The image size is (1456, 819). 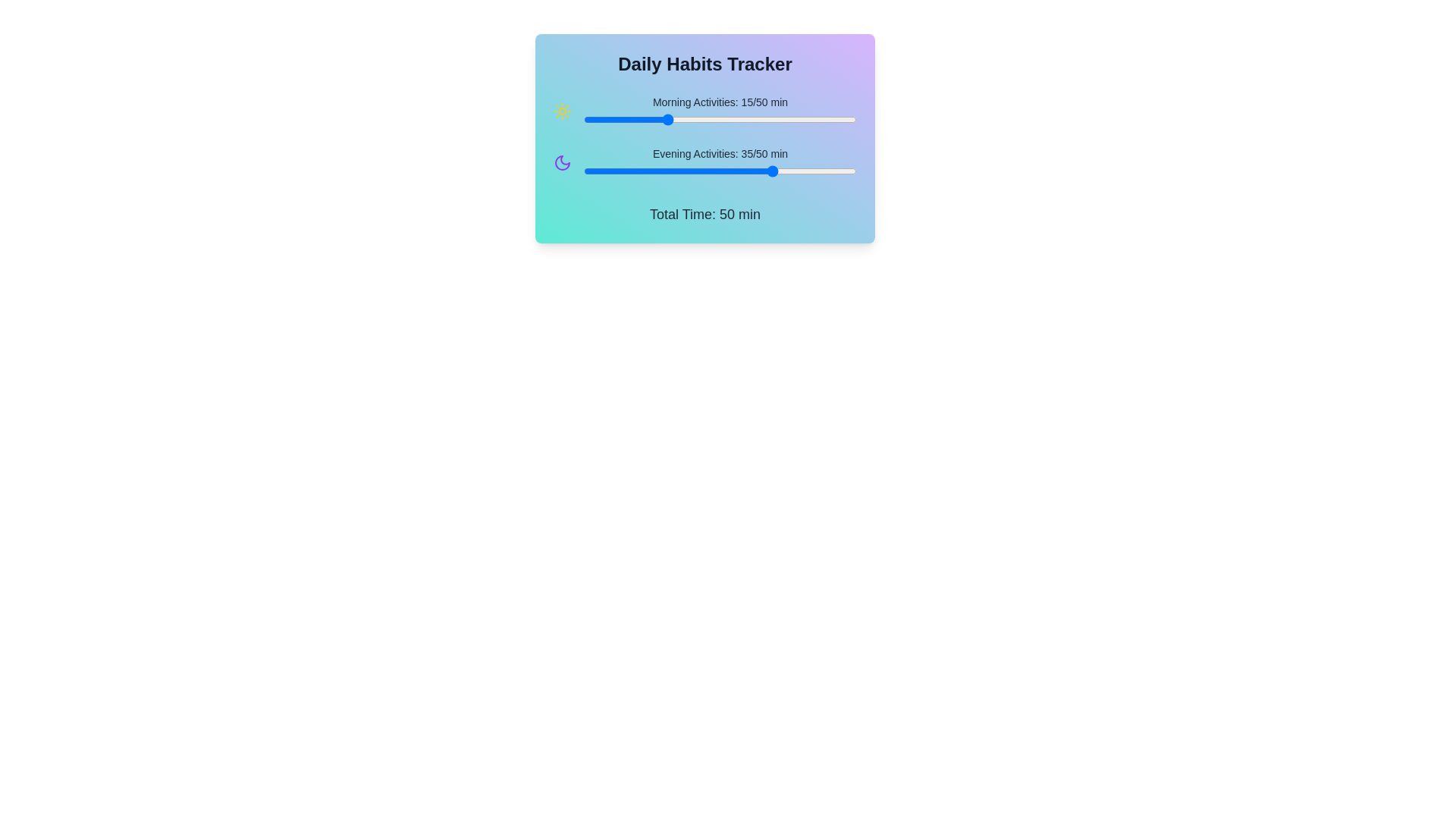 I want to click on the 'Morning Activities' slider, so click(x=666, y=119).